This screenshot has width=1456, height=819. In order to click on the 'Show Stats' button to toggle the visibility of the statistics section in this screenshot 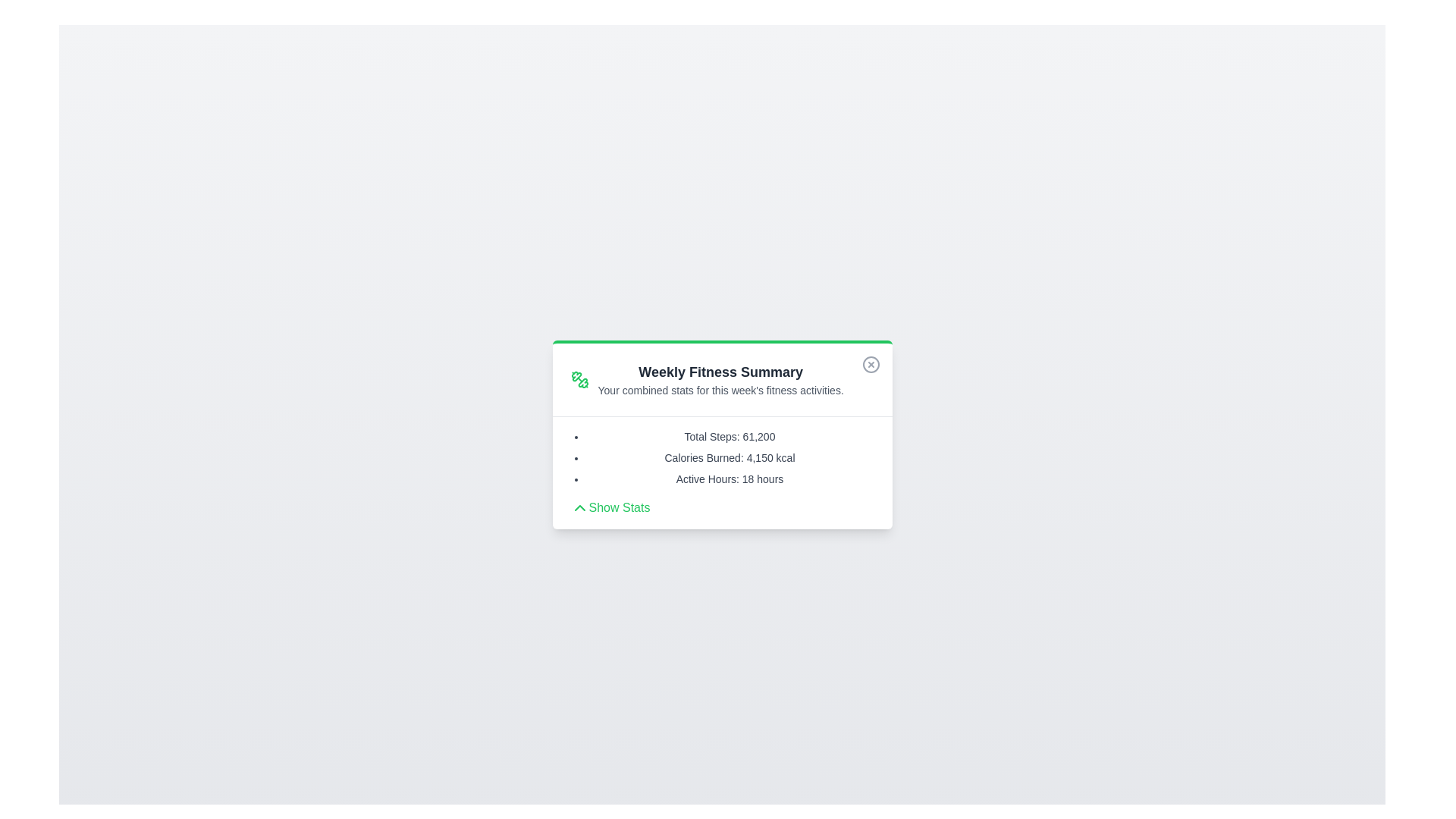, I will do `click(610, 507)`.